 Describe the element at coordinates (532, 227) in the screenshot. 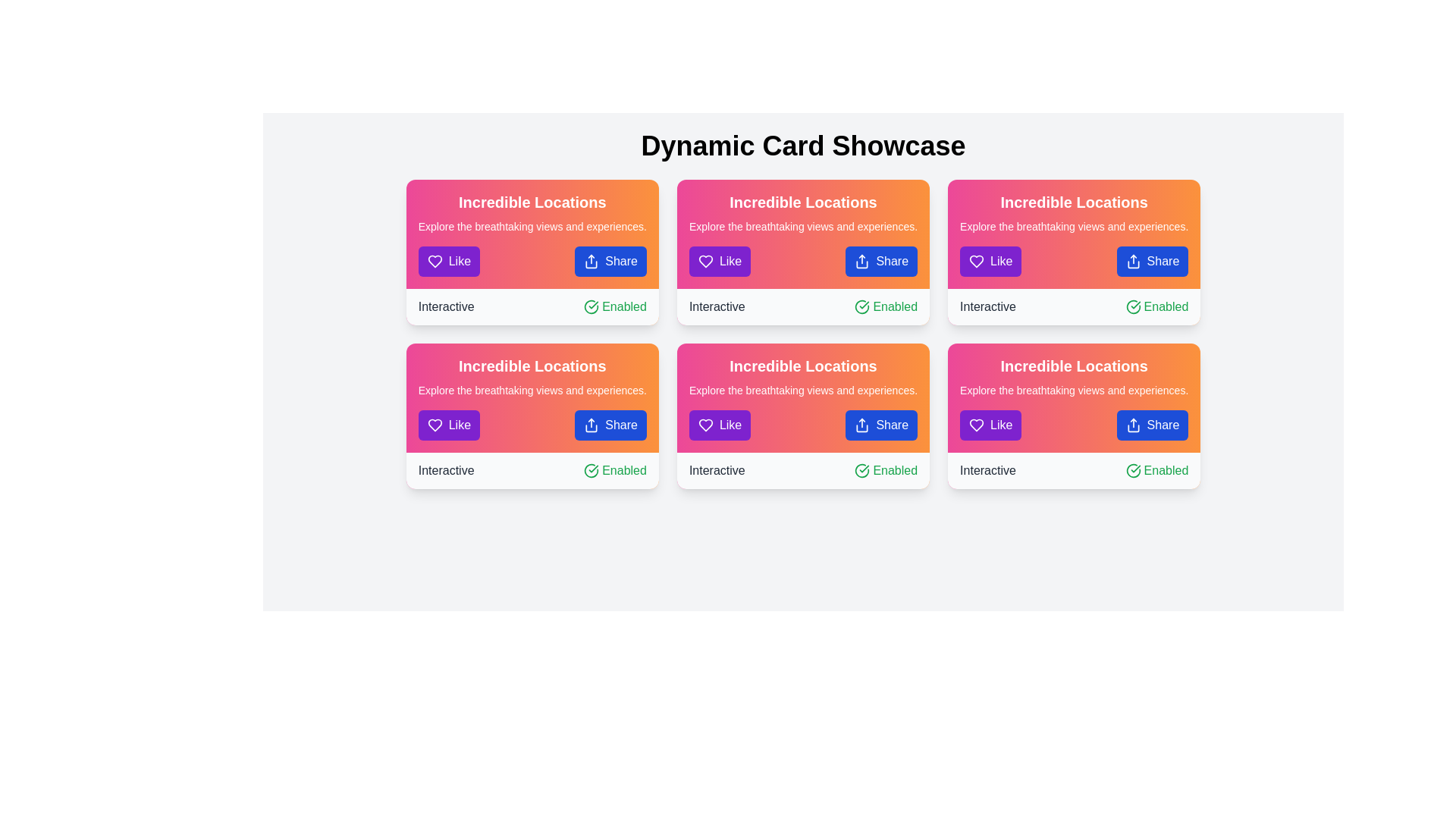

I see `the text element displaying 'Explore the breathtaking views and experiences.' which is located below the title 'Incredible Locations' in the top-left card of the grid layout` at that location.